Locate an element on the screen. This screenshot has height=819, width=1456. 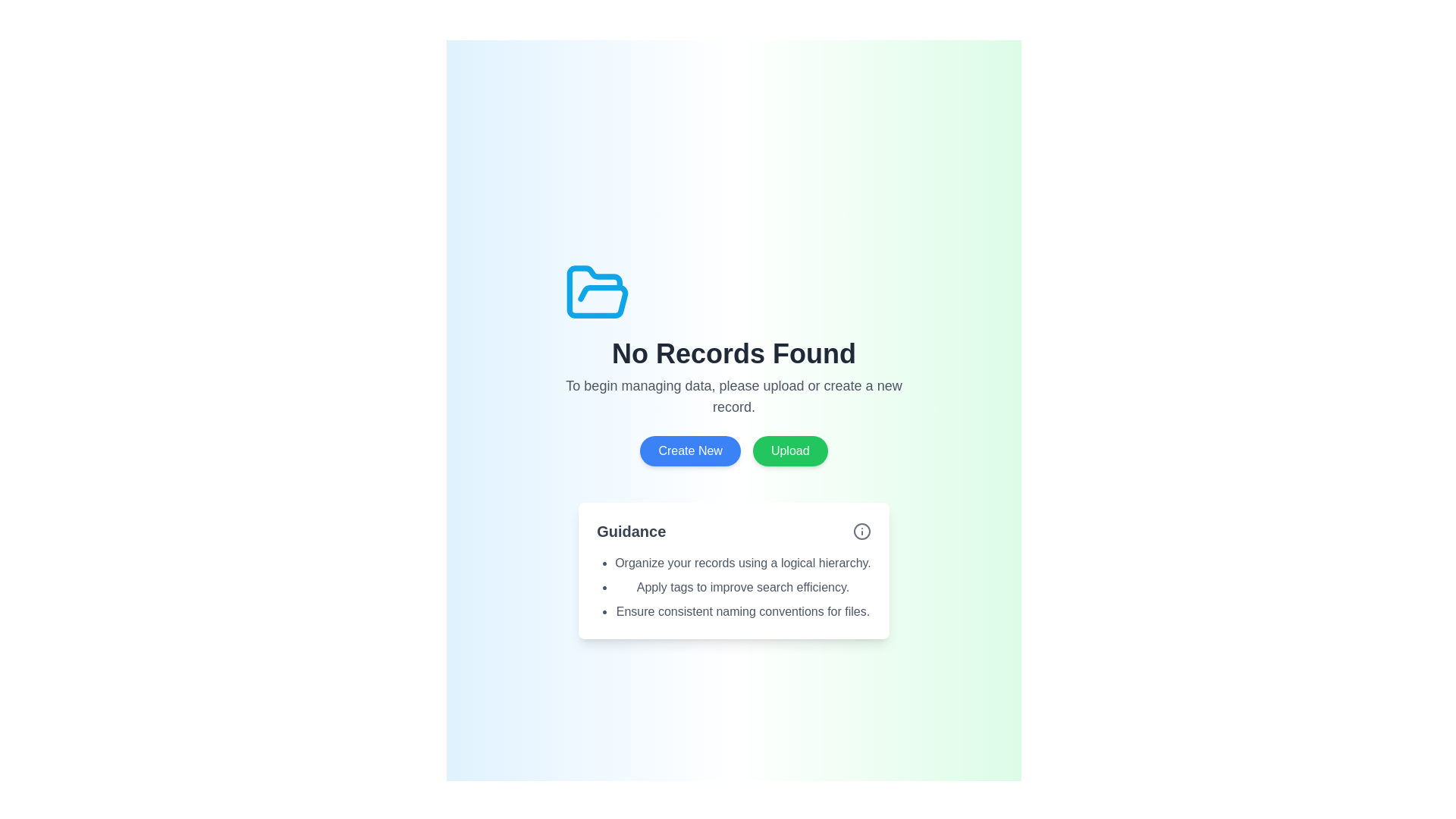
the informational icon component located in the top-right corner of the 'Guidance' section to trigger the tooltip for additional information is located at coordinates (861, 531).